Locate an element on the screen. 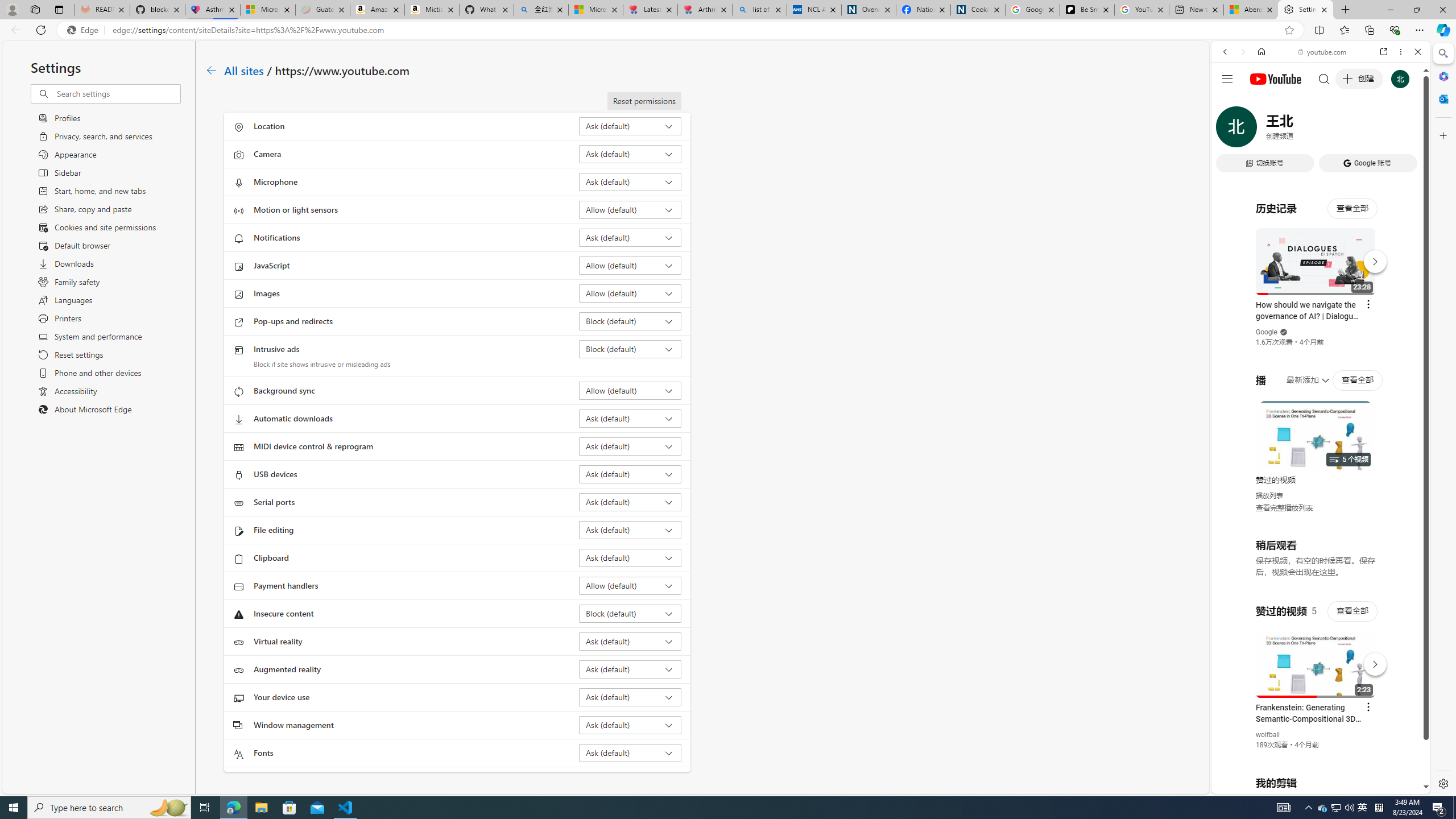  'youtube.com' is located at coordinates (1322, 52).